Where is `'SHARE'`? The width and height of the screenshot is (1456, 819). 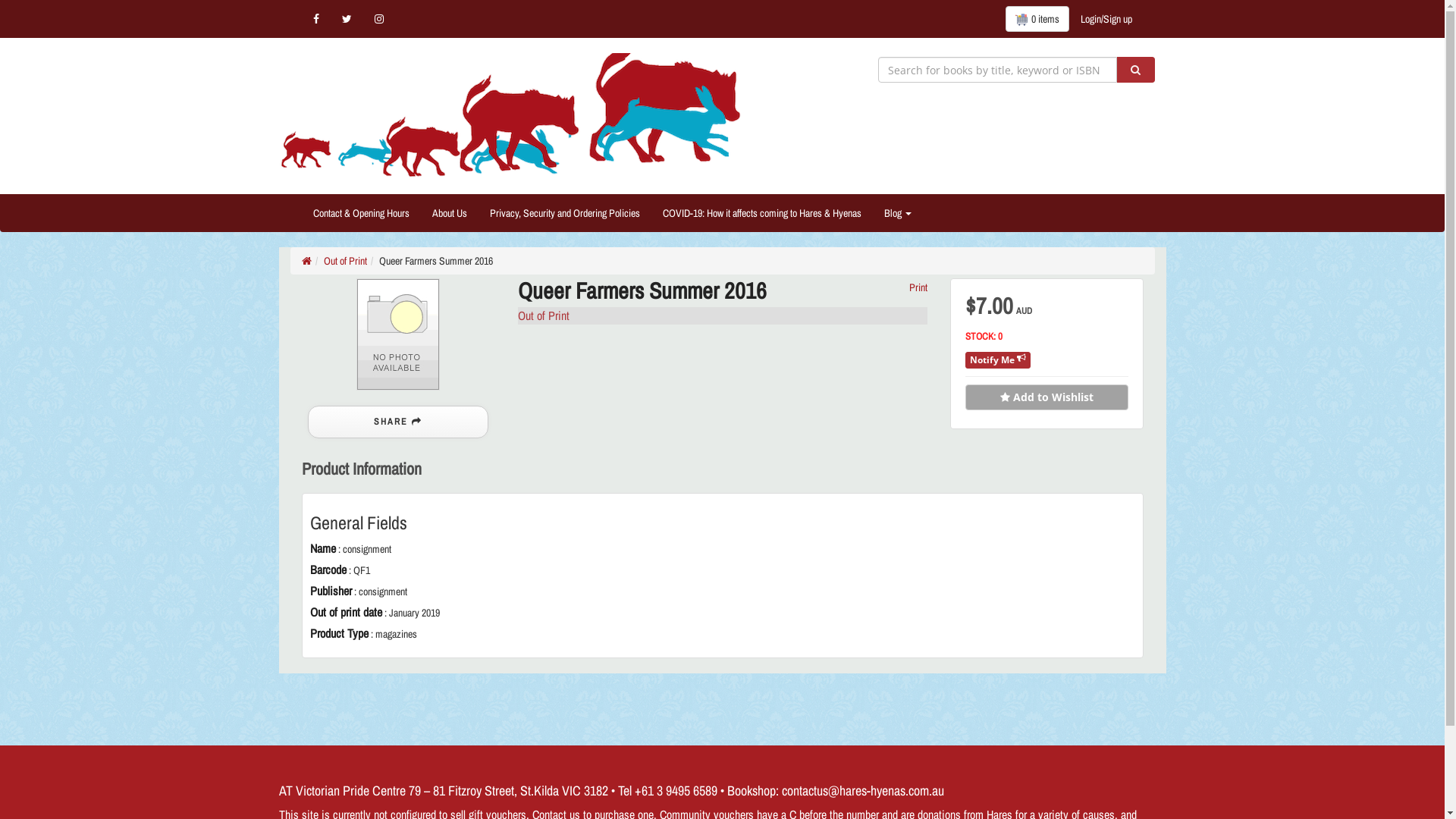
'SHARE' is located at coordinates (397, 422).